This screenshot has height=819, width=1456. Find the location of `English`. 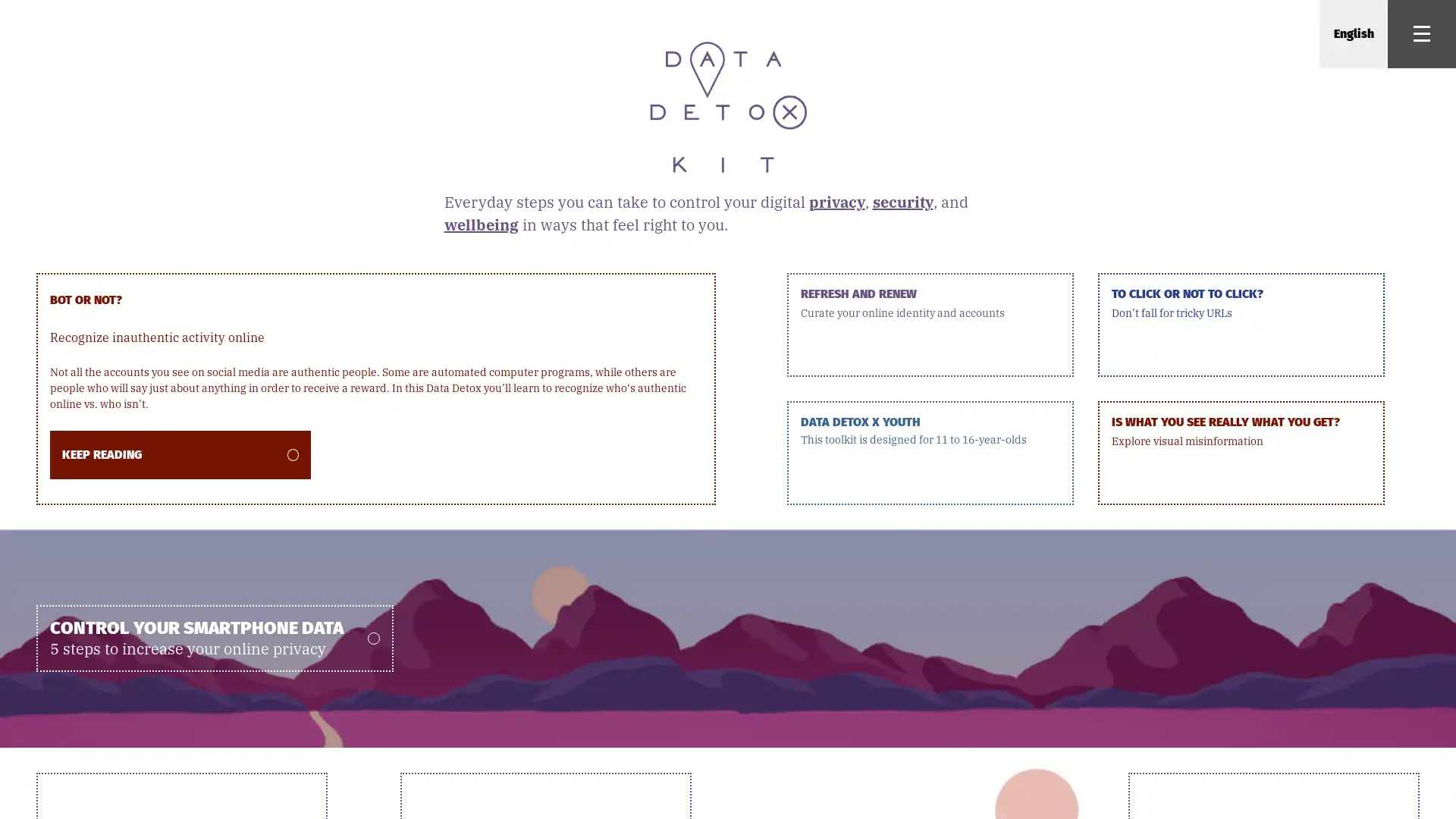

English is located at coordinates (1353, 34).